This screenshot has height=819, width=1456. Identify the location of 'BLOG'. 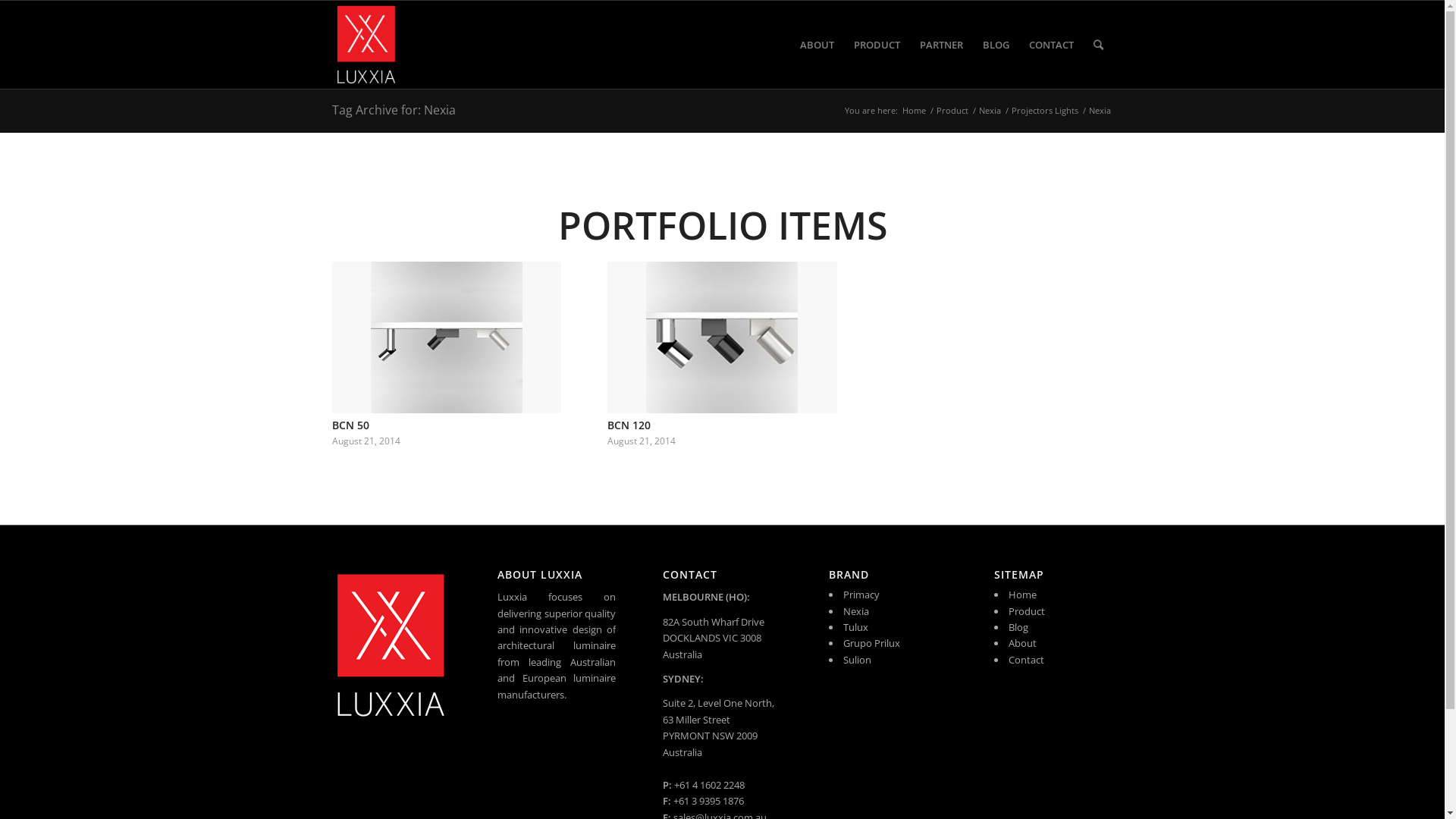
(995, 43).